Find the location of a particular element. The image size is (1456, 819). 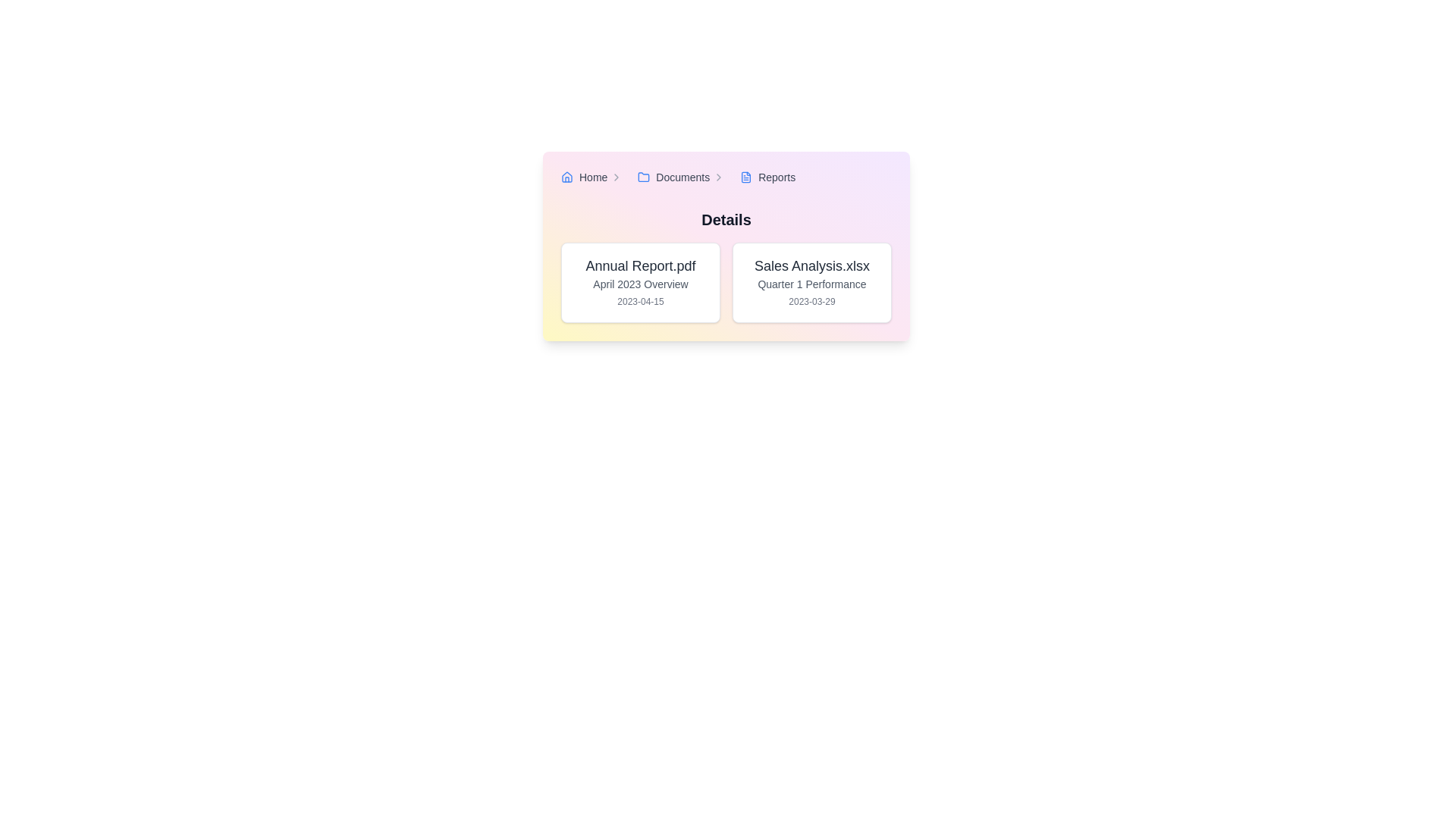

the Breadcrumb navigation bar is located at coordinates (726, 177).